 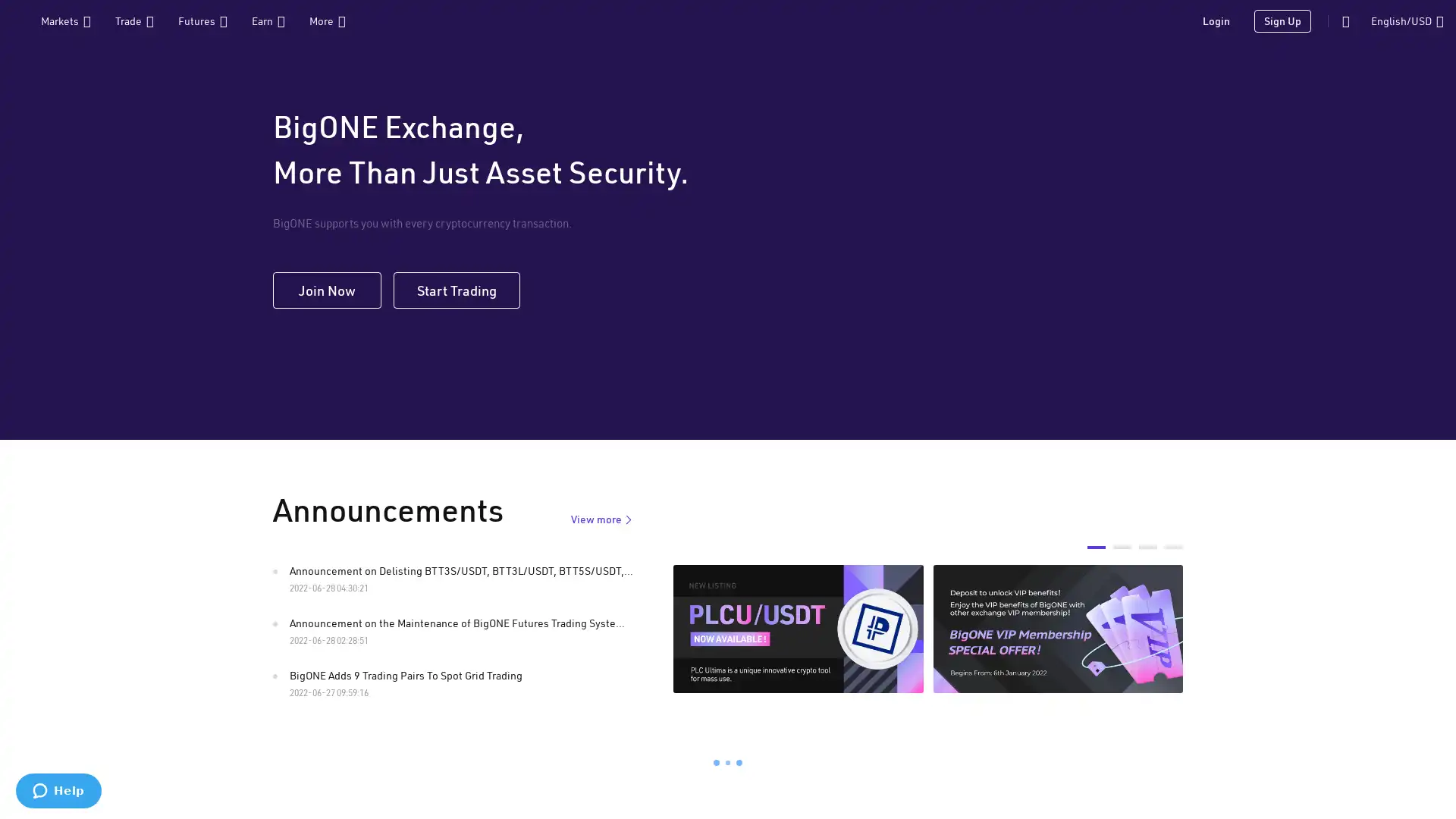 What do you see at coordinates (456, 290) in the screenshot?
I see `Start Trading` at bounding box center [456, 290].